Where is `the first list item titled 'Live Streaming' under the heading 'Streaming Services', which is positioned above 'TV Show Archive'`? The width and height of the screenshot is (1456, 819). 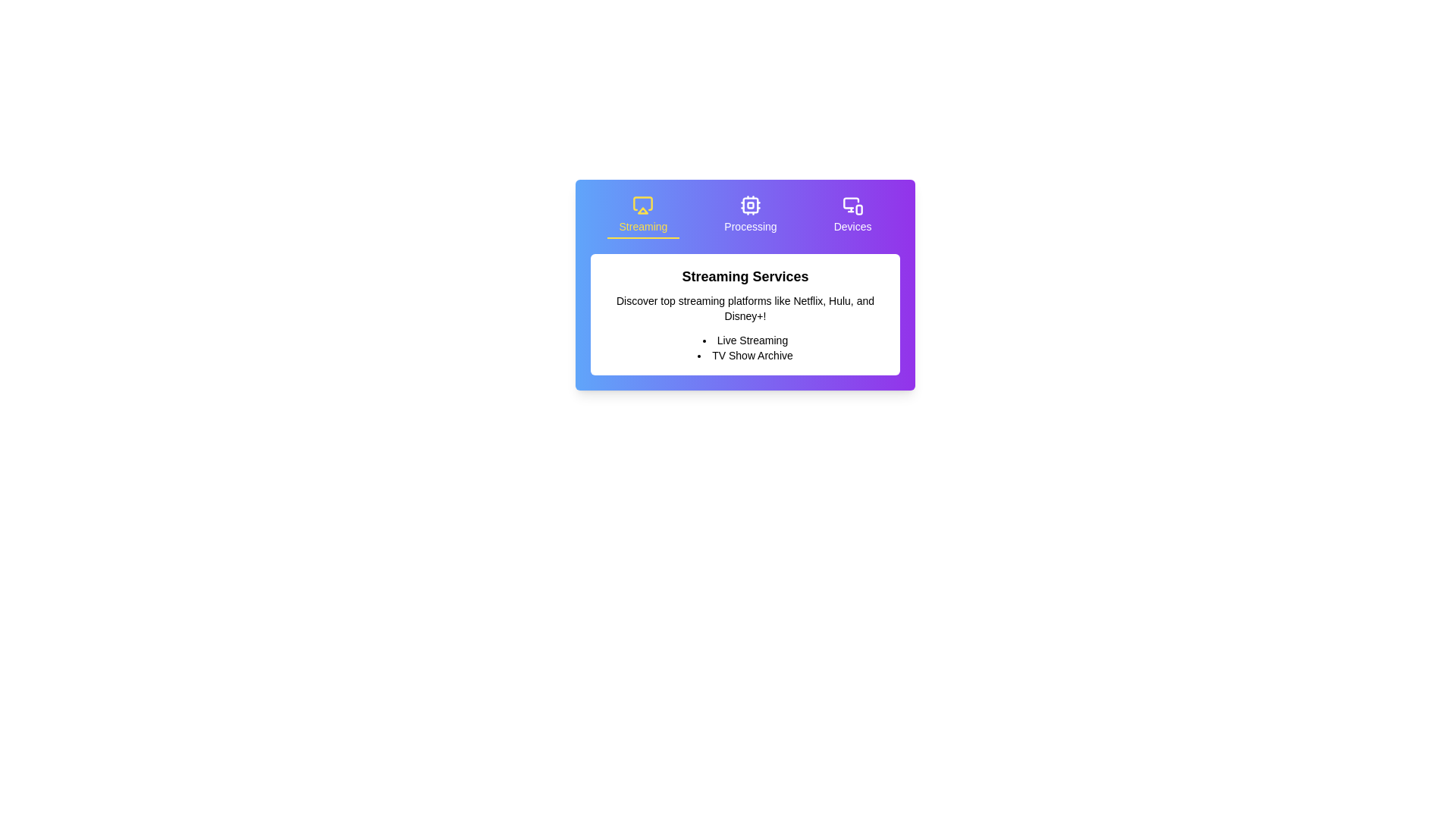
the first list item titled 'Live Streaming' under the heading 'Streaming Services', which is positioned above 'TV Show Archive' is located at coordinates (745, 339).